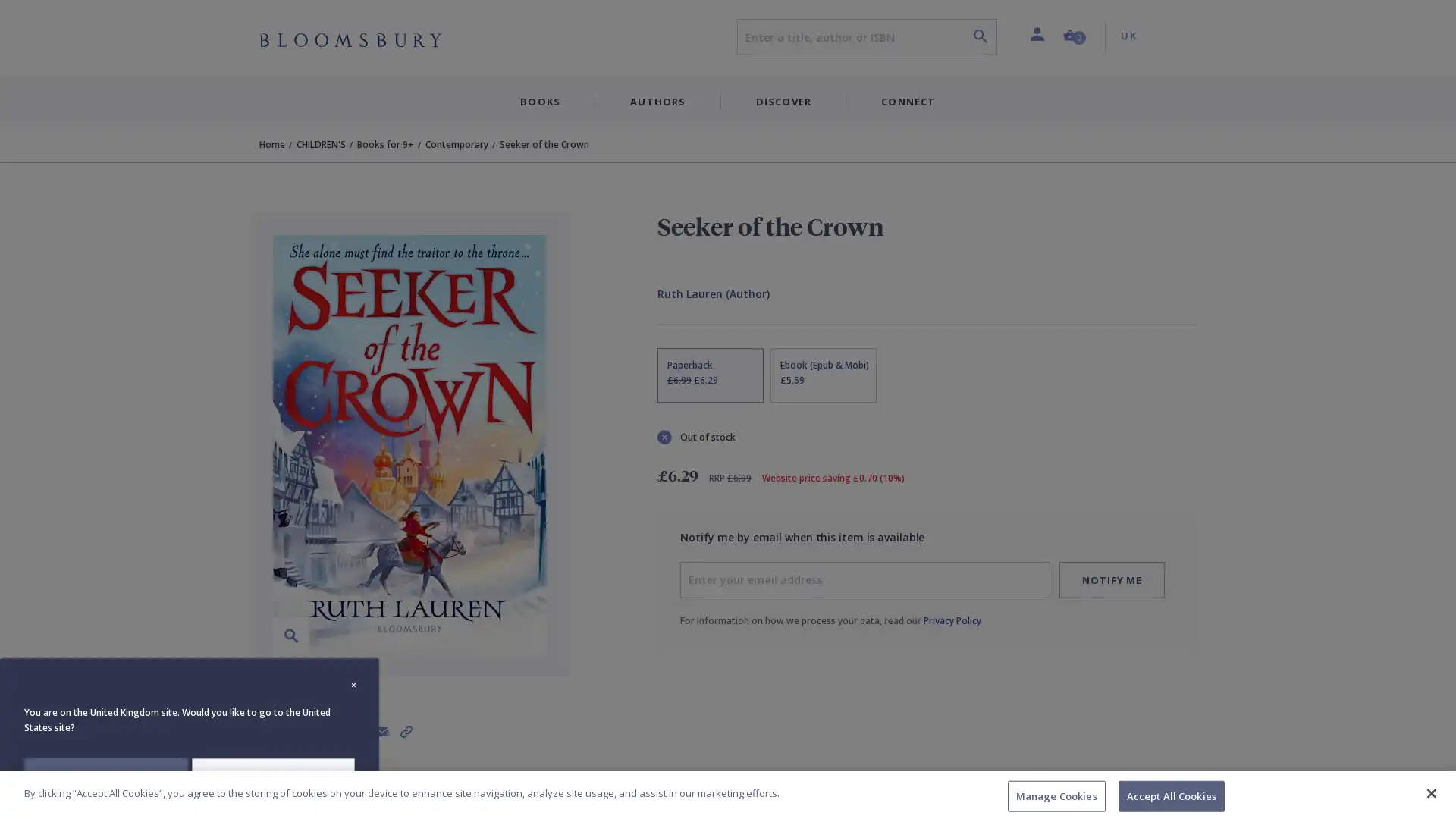  I want to click on STAY, so click(105, 776).